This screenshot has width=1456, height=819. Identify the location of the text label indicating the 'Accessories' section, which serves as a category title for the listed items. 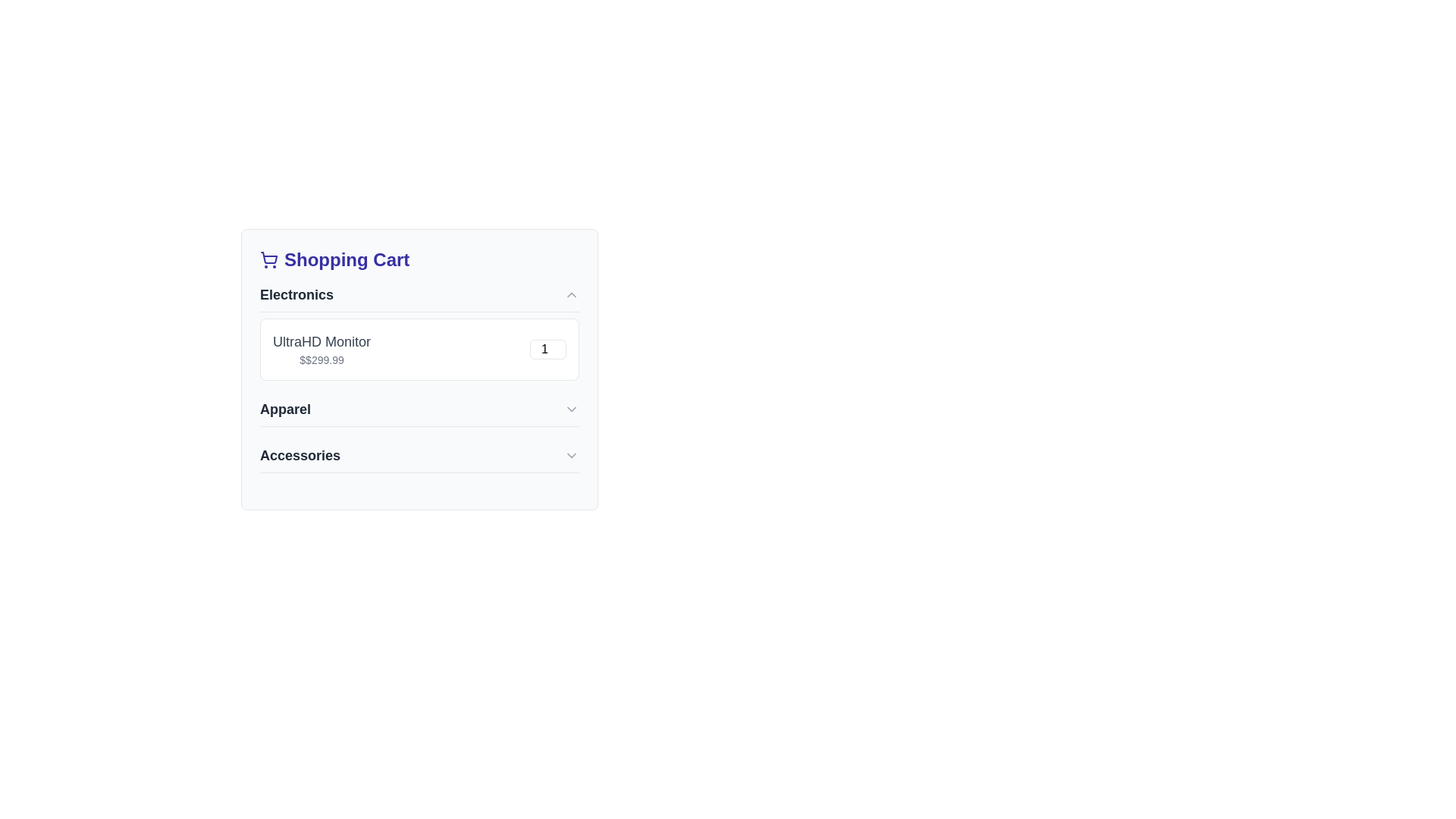
(300, 455).